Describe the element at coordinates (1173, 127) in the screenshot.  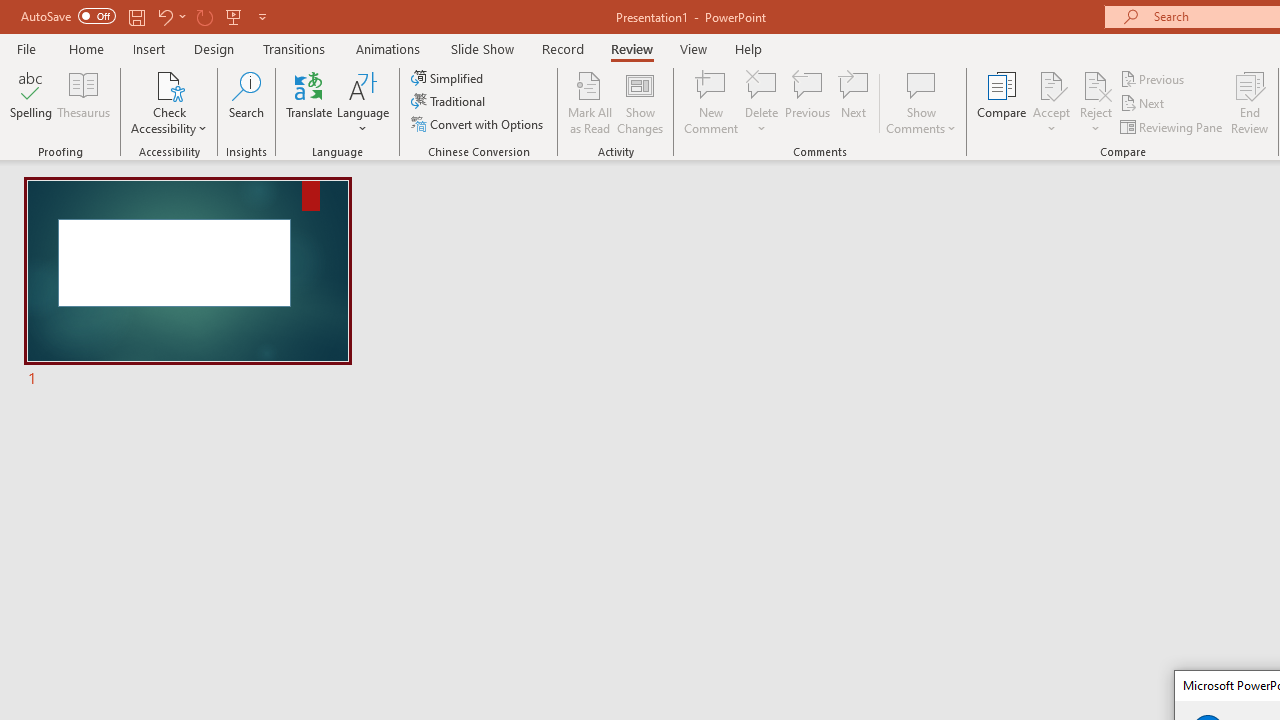
I see `'Reviewing Pane'` at that location.